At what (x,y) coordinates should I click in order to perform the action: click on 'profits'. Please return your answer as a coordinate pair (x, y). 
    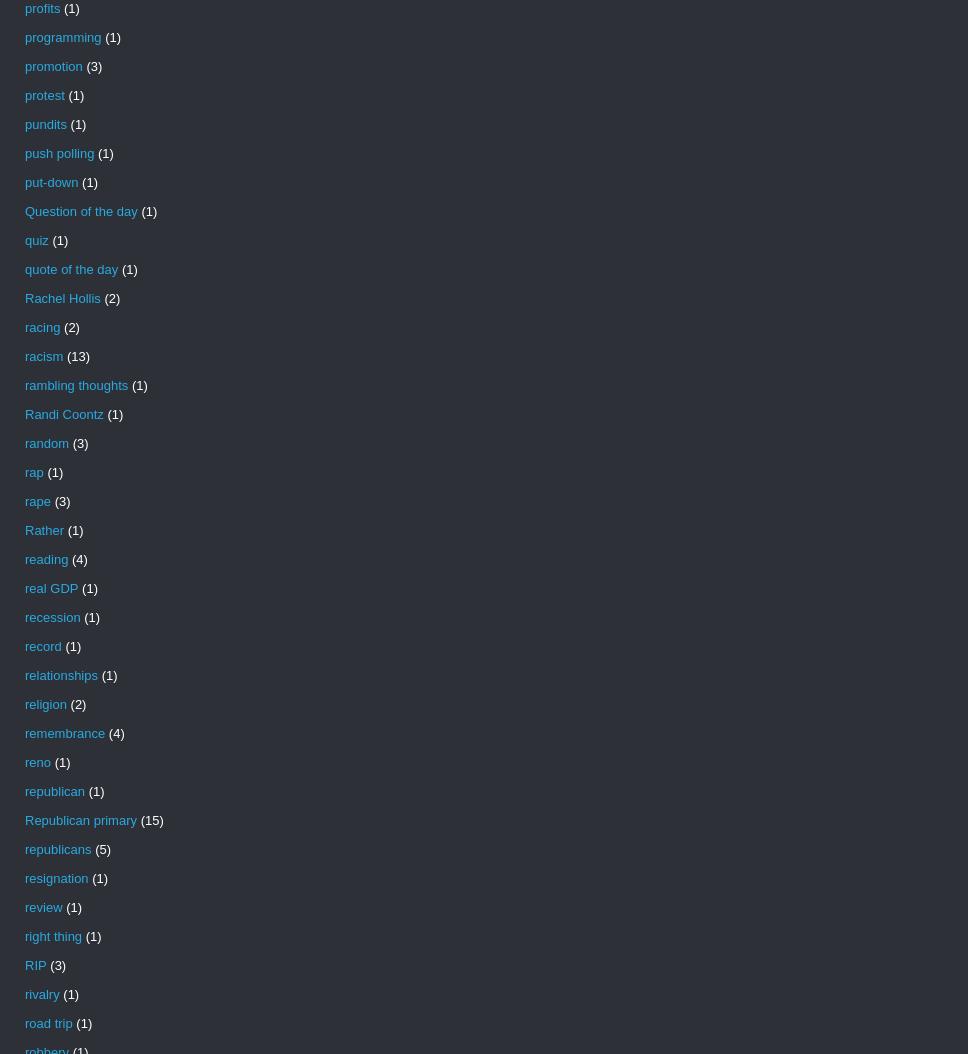
    Looking at the image, I should click on (24, 8).